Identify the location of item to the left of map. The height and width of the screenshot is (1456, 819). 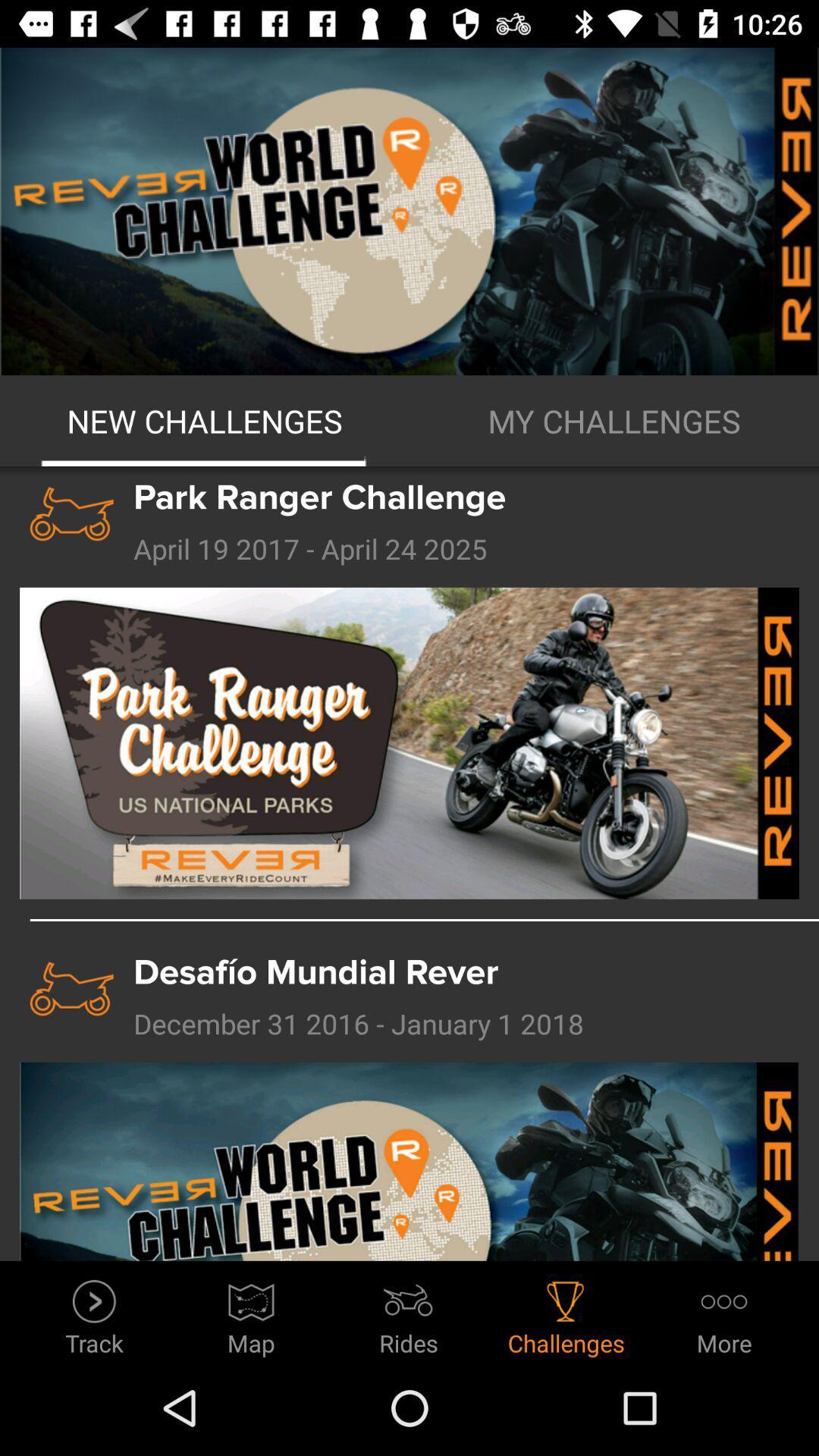
(94, 1313).